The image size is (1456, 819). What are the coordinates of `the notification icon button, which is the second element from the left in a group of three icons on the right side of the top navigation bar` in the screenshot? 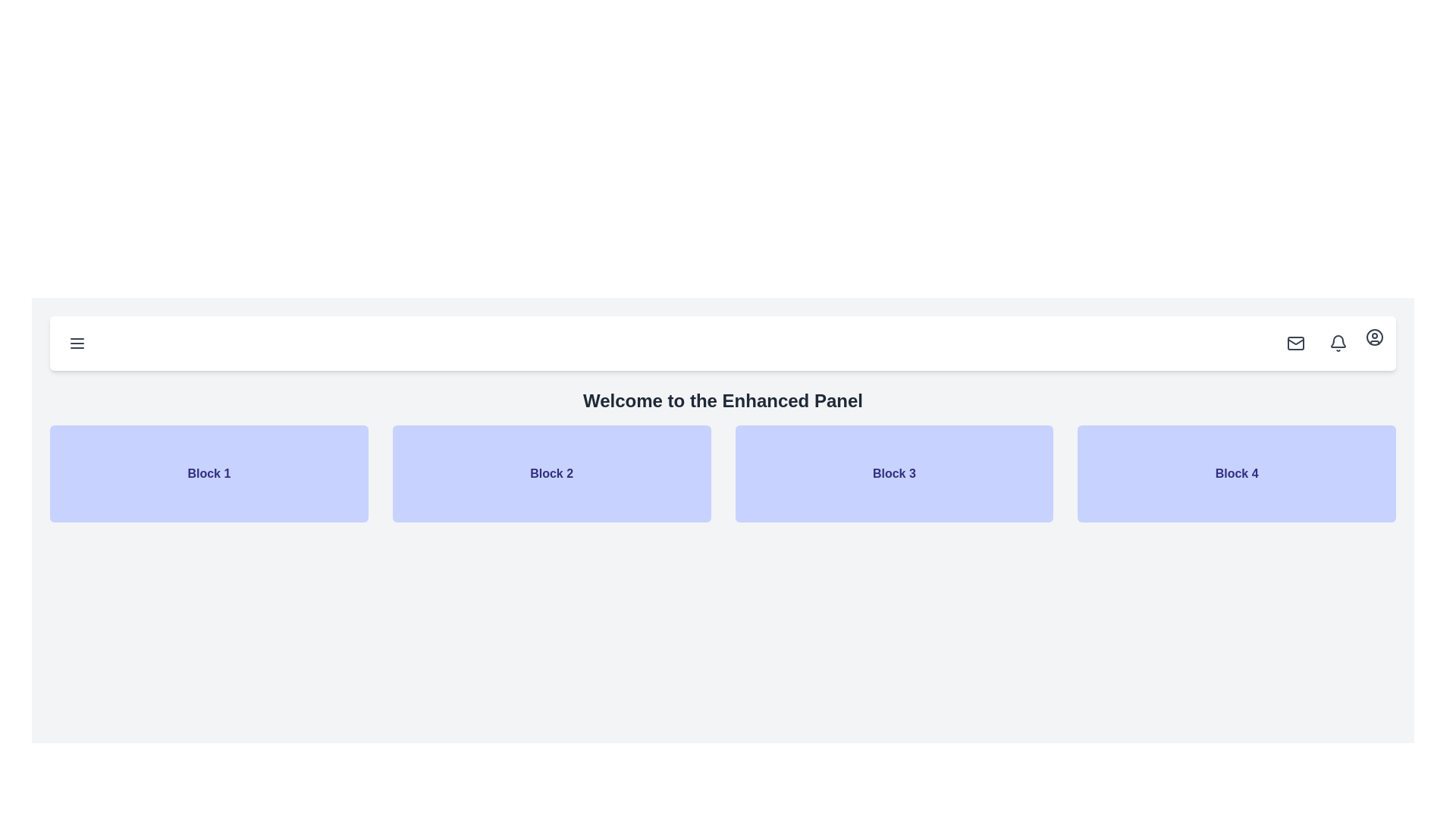 It's located at (1331, 343).